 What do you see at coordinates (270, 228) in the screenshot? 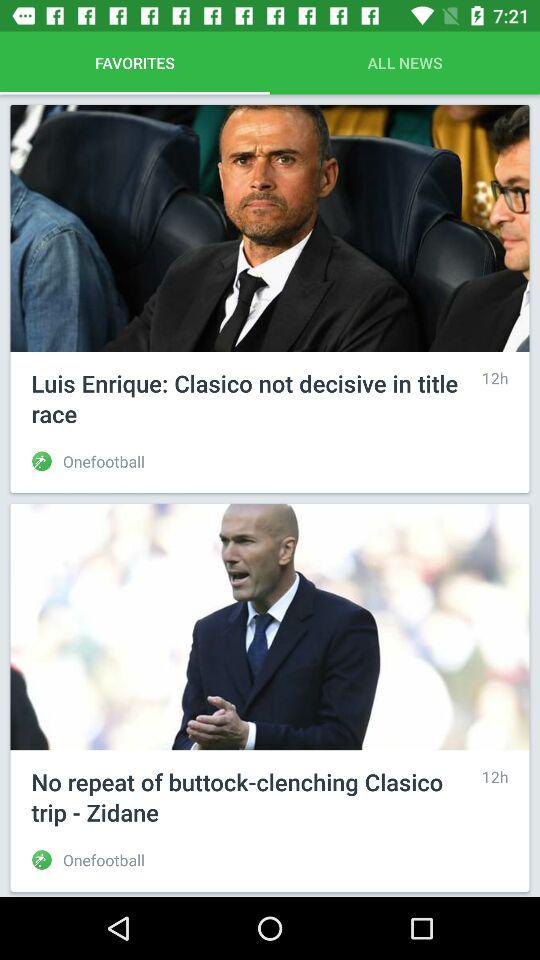
I see `first image` at bounding box center [270, 228].